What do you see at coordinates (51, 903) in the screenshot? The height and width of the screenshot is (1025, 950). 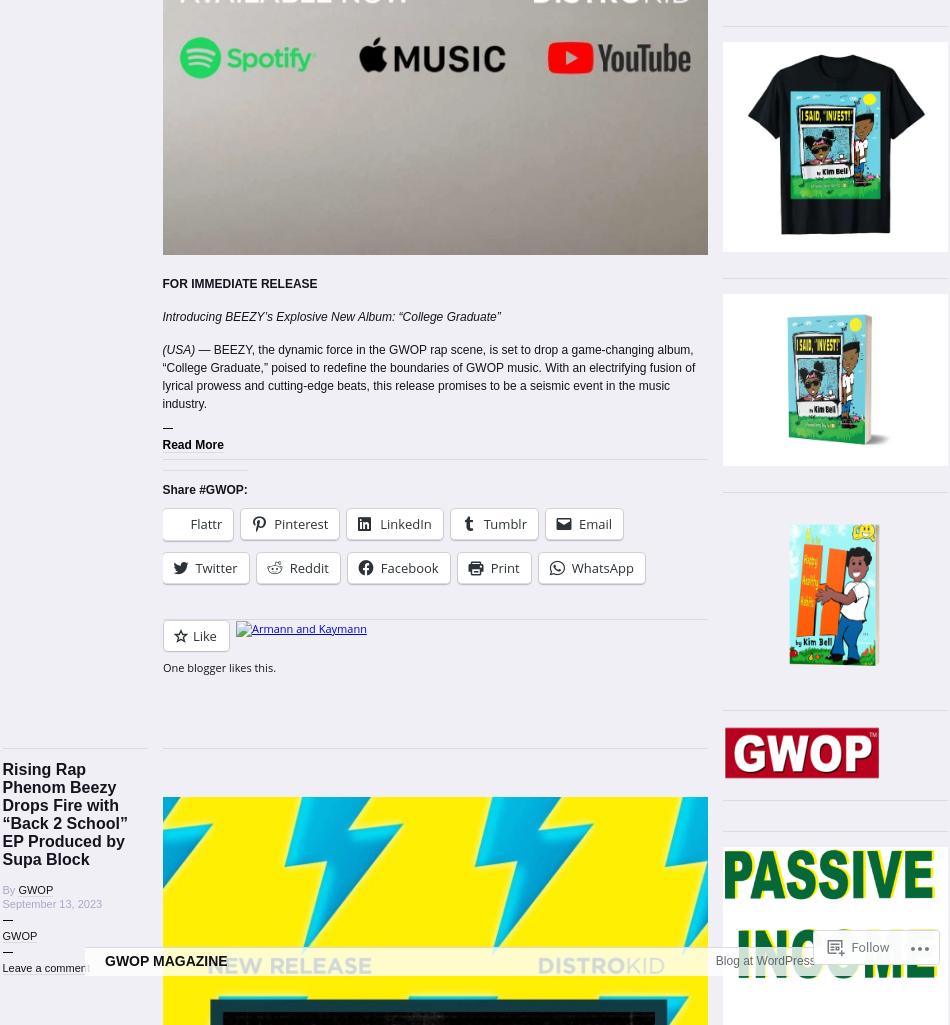 I see `'September 13, 2023'` at bounding box center [51, 903].